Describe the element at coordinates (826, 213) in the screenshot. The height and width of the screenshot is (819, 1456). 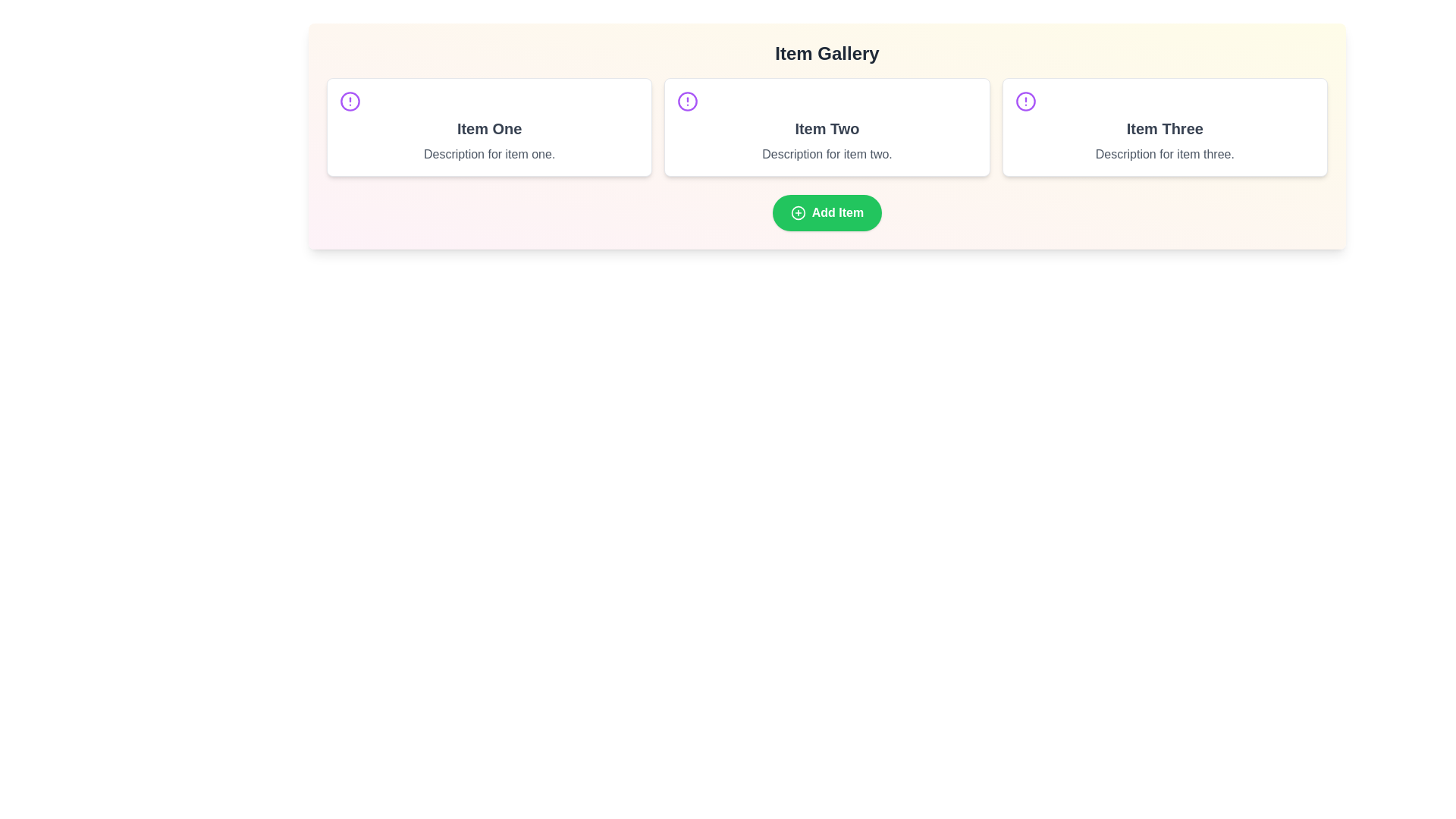
I see `the button with a bright green background and white text that reads 'Add Item'` at that location.